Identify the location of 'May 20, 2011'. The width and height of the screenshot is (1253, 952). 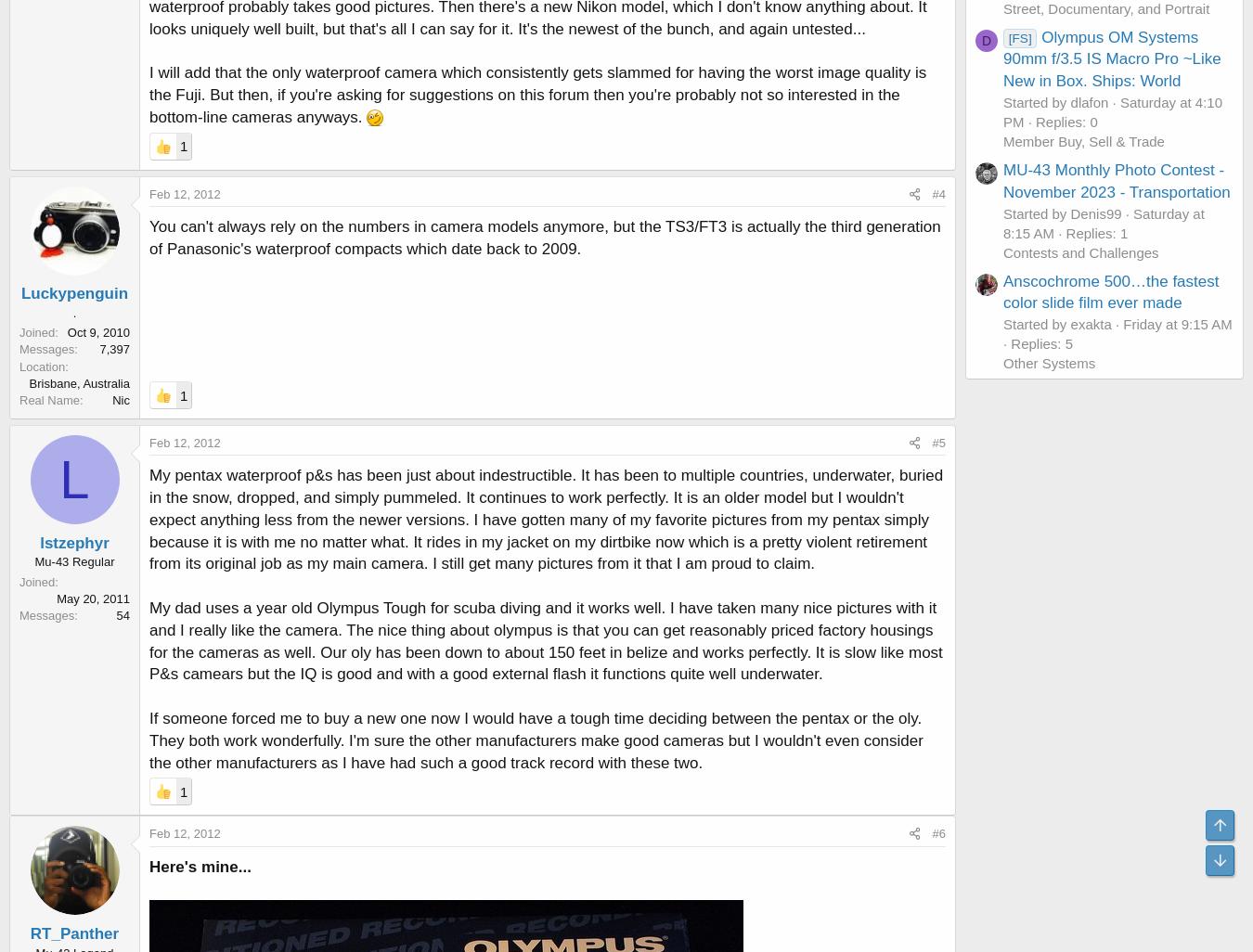
(56, 598).